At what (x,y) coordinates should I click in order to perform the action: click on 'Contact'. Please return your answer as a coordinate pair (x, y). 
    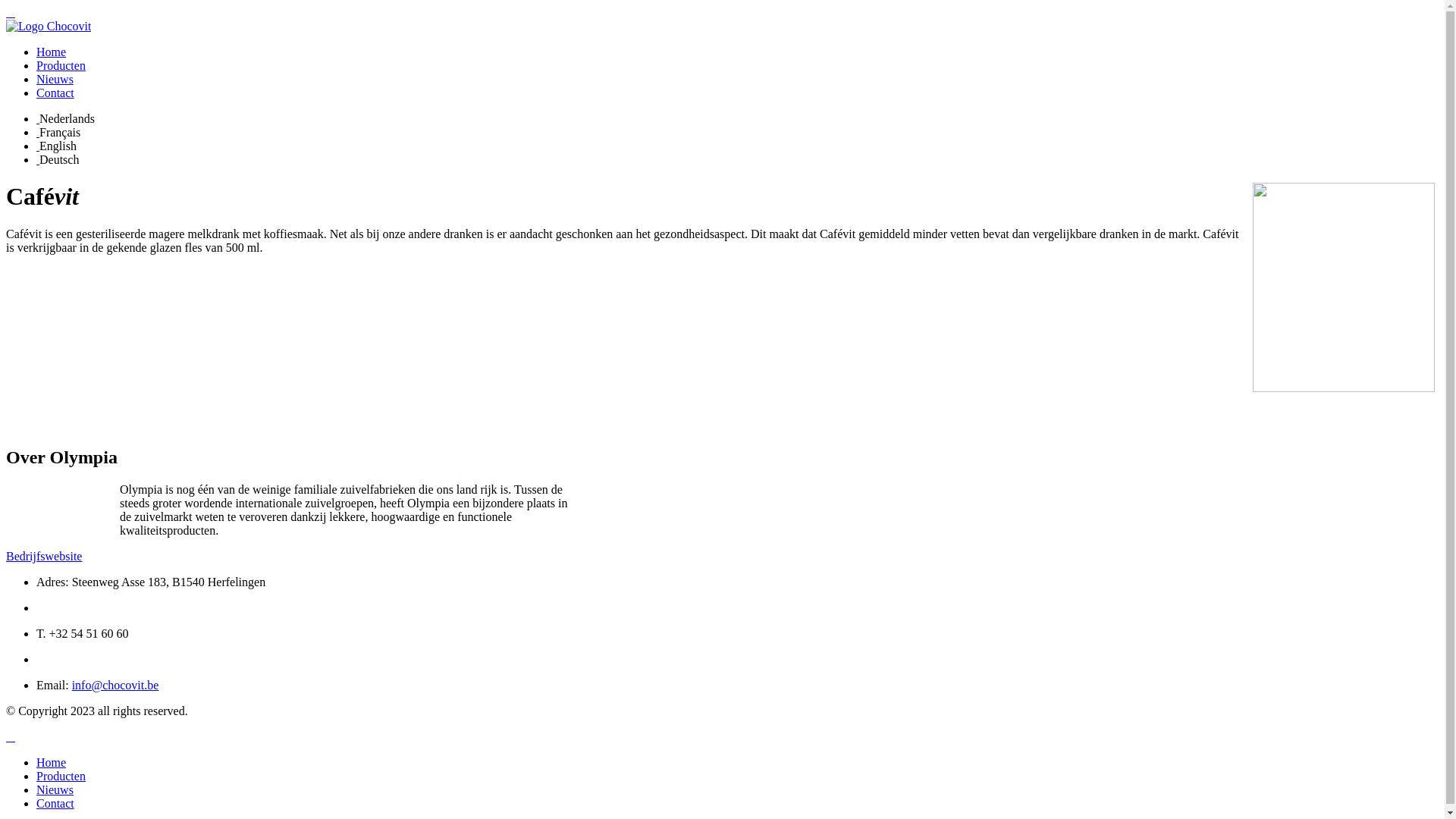
    Looking at the image, I should click on (55, 802).